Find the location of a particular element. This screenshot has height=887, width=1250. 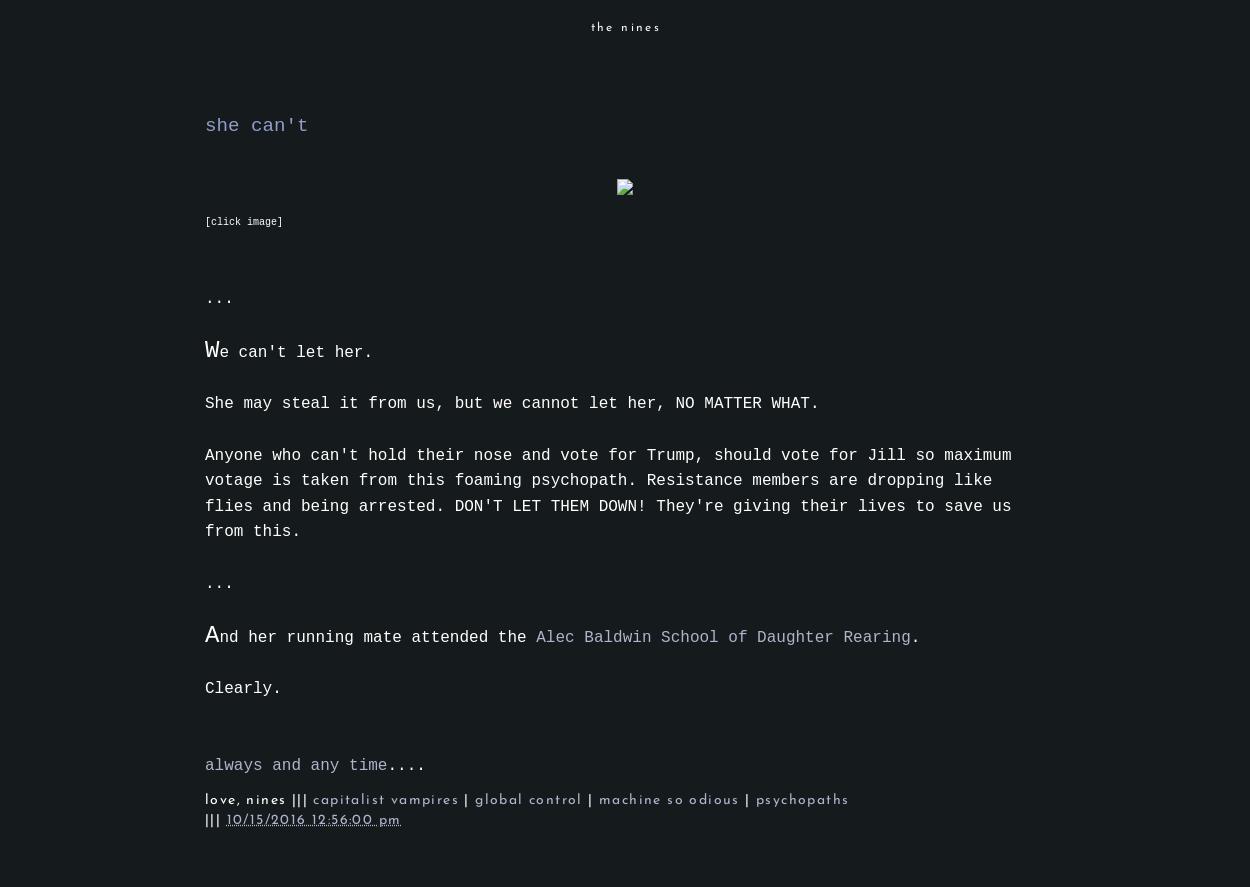

'nines' is located at coordinates (245, 800).